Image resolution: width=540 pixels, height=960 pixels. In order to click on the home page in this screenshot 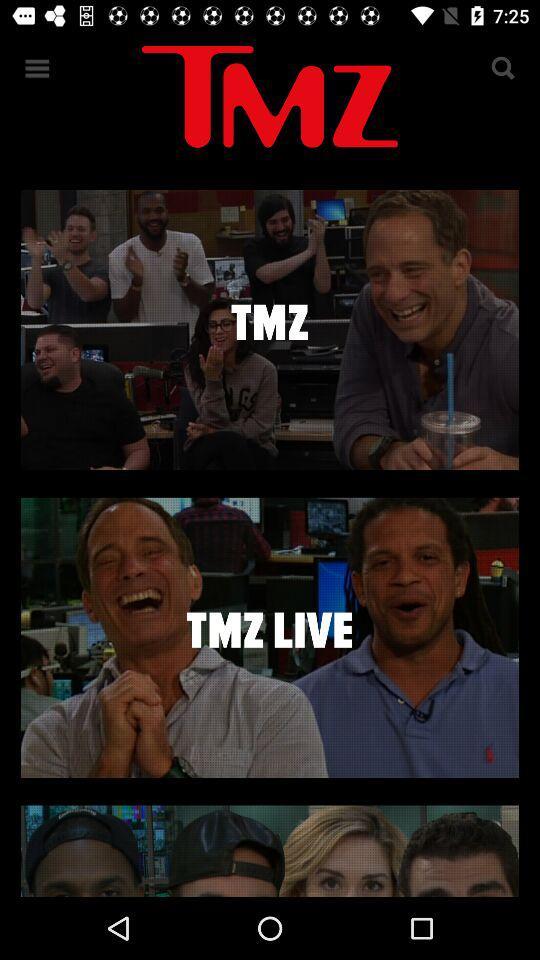, I will do `click(270, 100)`.